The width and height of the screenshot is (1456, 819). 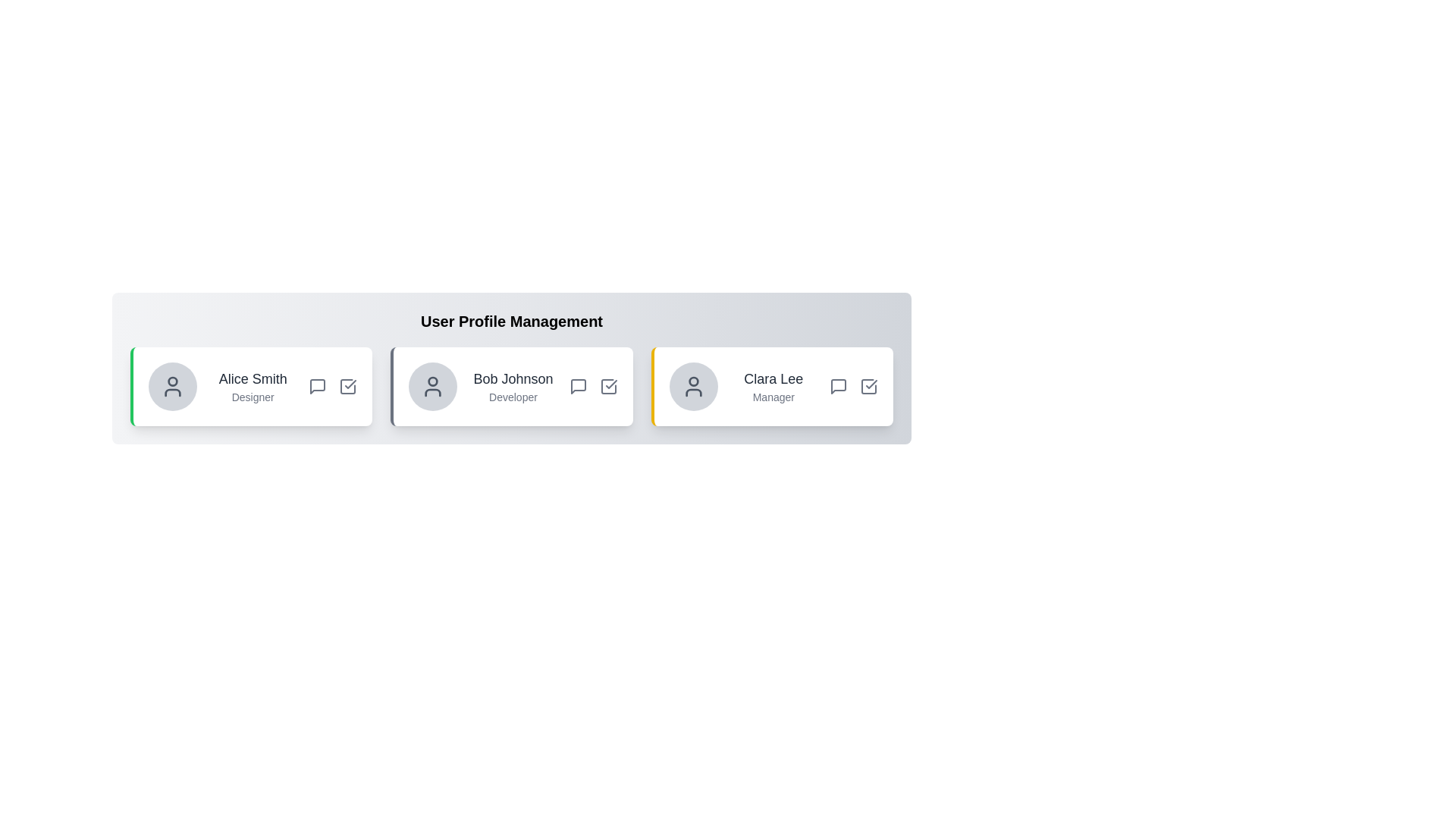 I want to click on the checkmark within the square icon in the third user card labeled 'Clara Lee', which indicates completion or selection functionality, so click(x=871, y=383).